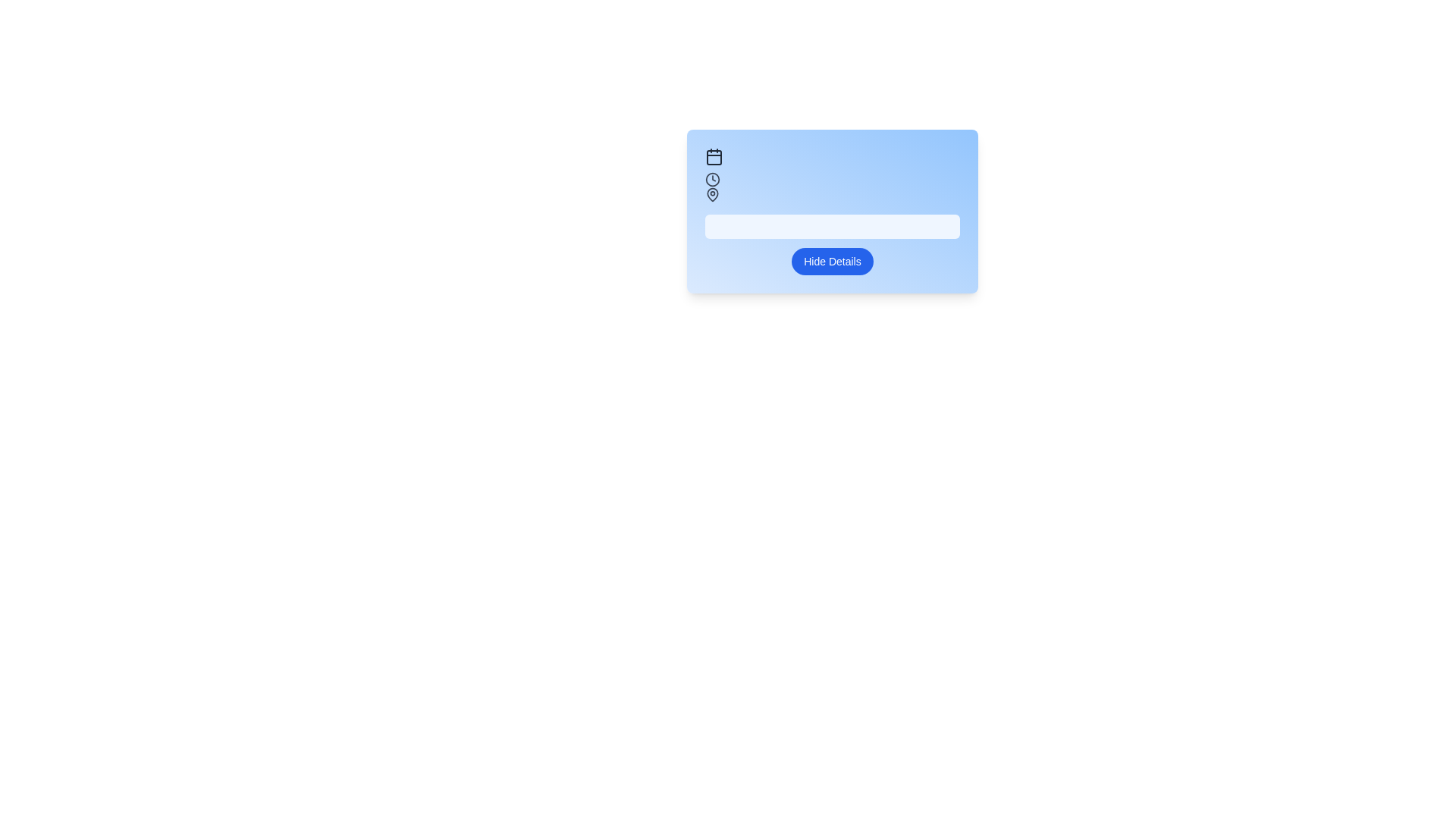 This screenshot has width=1456, height=819. Describe the element at coordinates (712, 178) in the screenshot. I see `the middle icon in the vertical stack on the blue rectangular card` at that location.